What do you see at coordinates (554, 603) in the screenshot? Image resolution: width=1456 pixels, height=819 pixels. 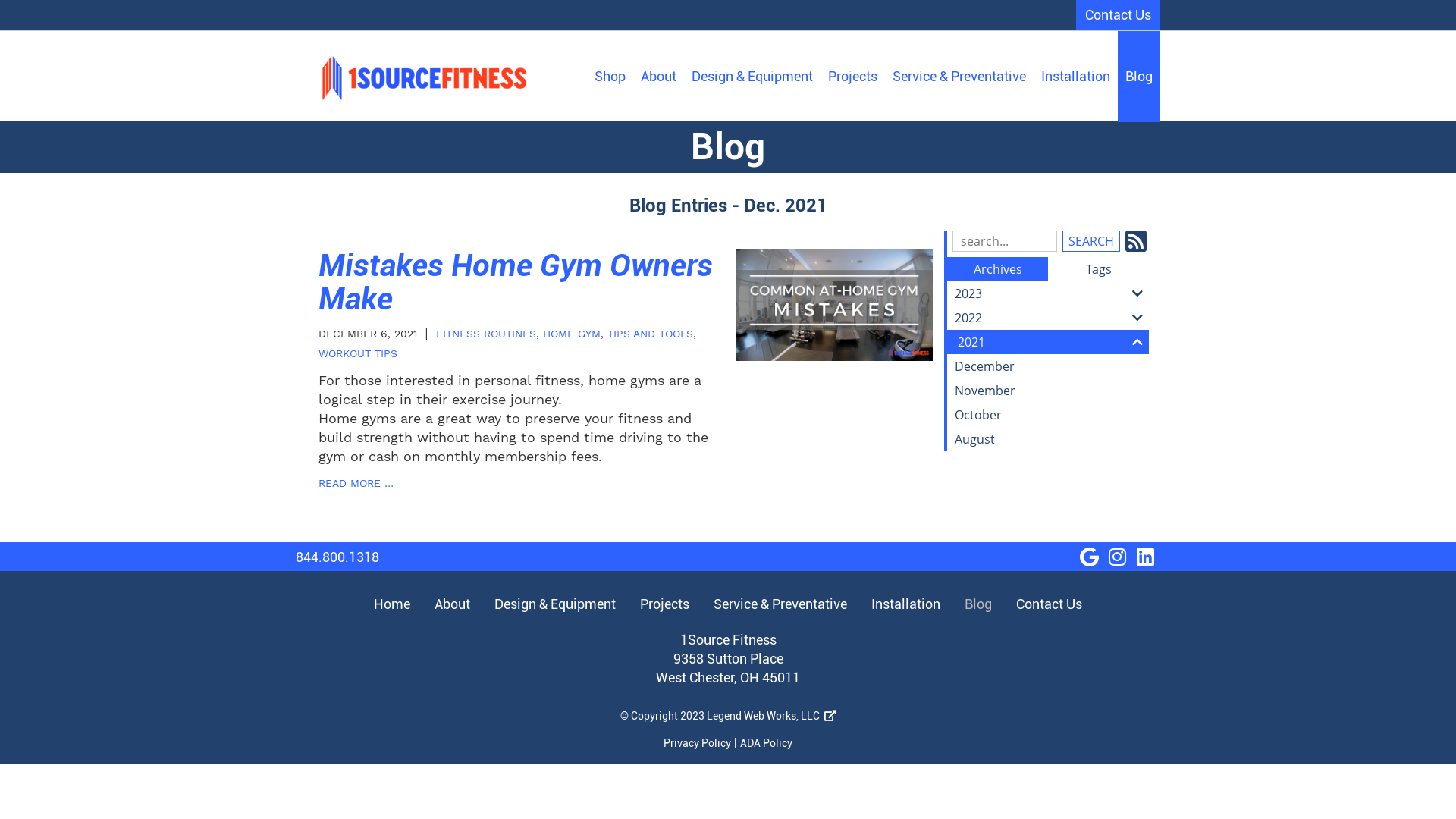 I see `'Design & Equipment'` at bounding box center [554, 603].